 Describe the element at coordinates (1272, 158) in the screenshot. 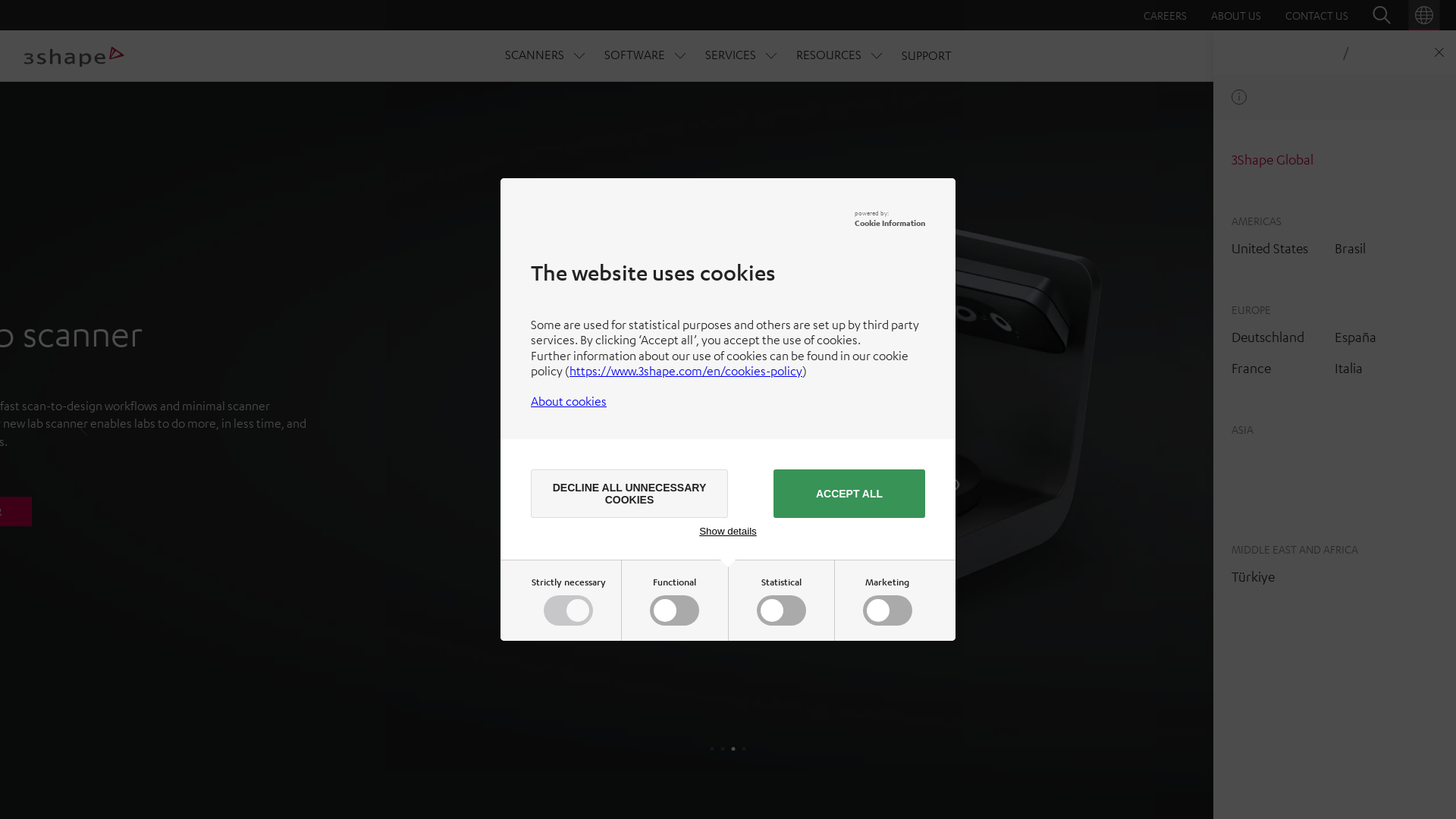

I see `'3Shape Global'` at that location.